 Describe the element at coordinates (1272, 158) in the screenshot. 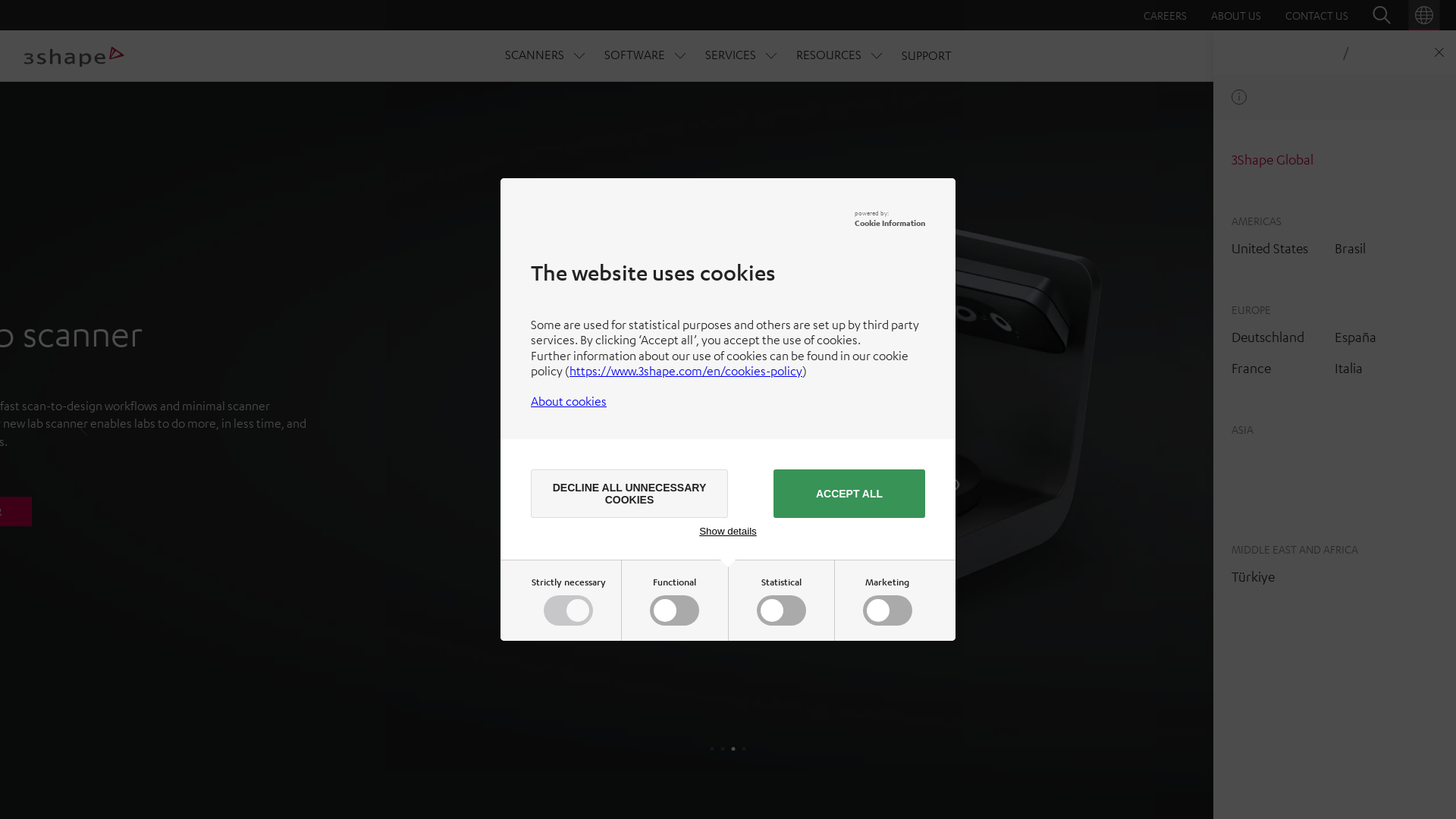

I see `'3Shape Global'` at that location.